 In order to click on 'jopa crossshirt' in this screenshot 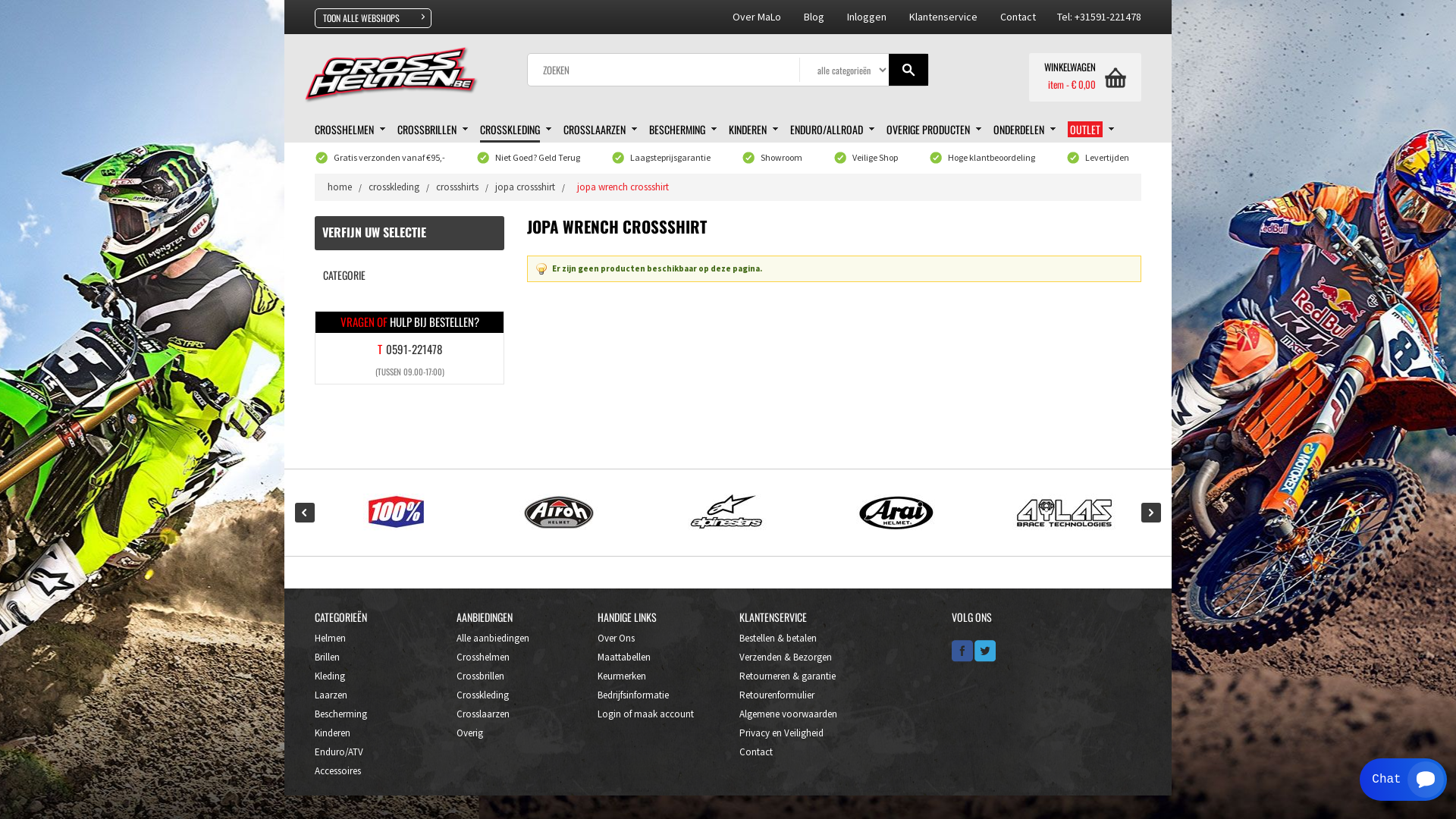, I will do `click(525, 186)`.